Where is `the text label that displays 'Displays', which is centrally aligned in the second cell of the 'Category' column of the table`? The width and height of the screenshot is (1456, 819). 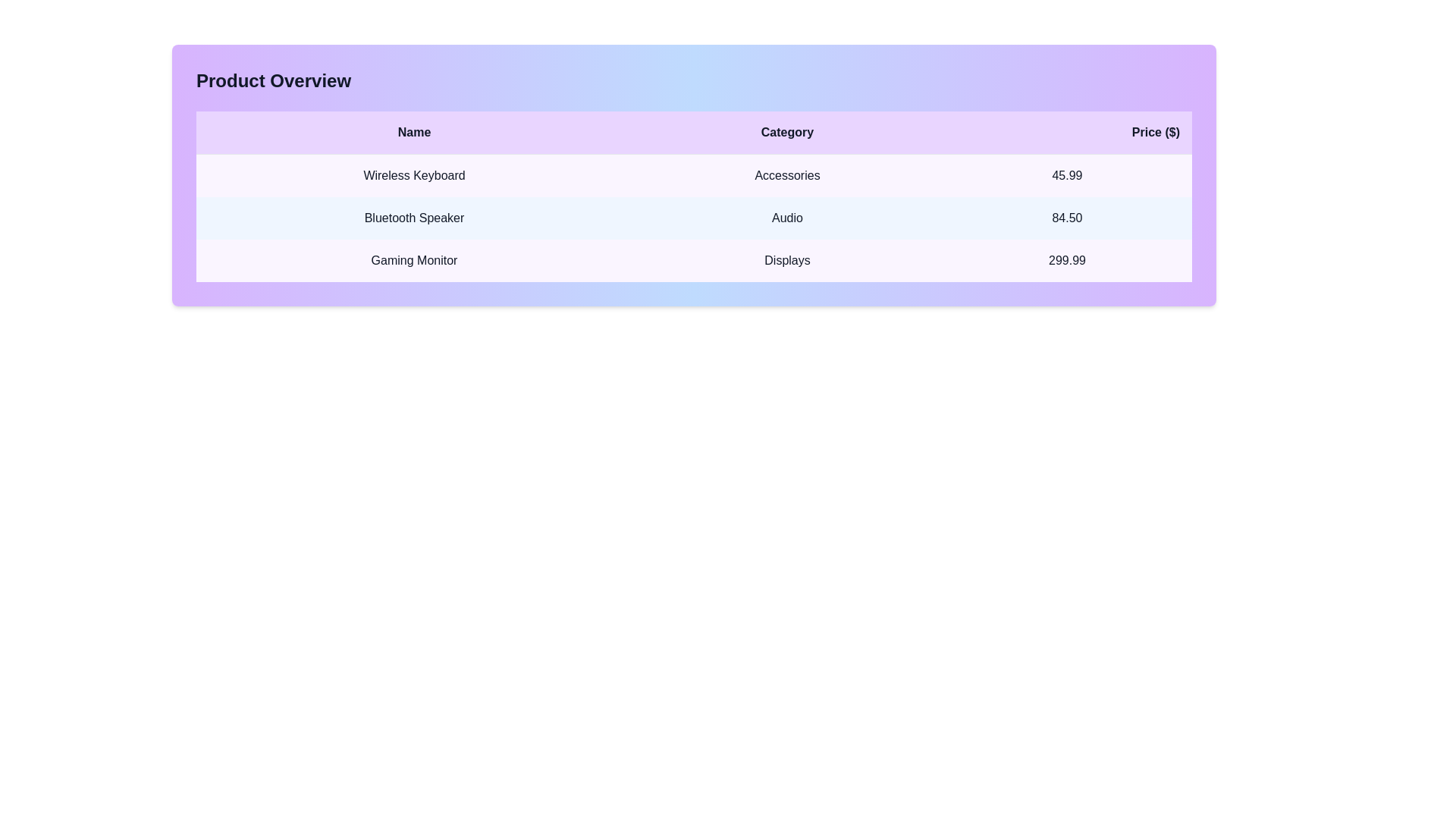
the text label that displays 'Displays', which is centrally aligned in the second cell of the 'Category' column of the table is located at coordinates (787, 259).